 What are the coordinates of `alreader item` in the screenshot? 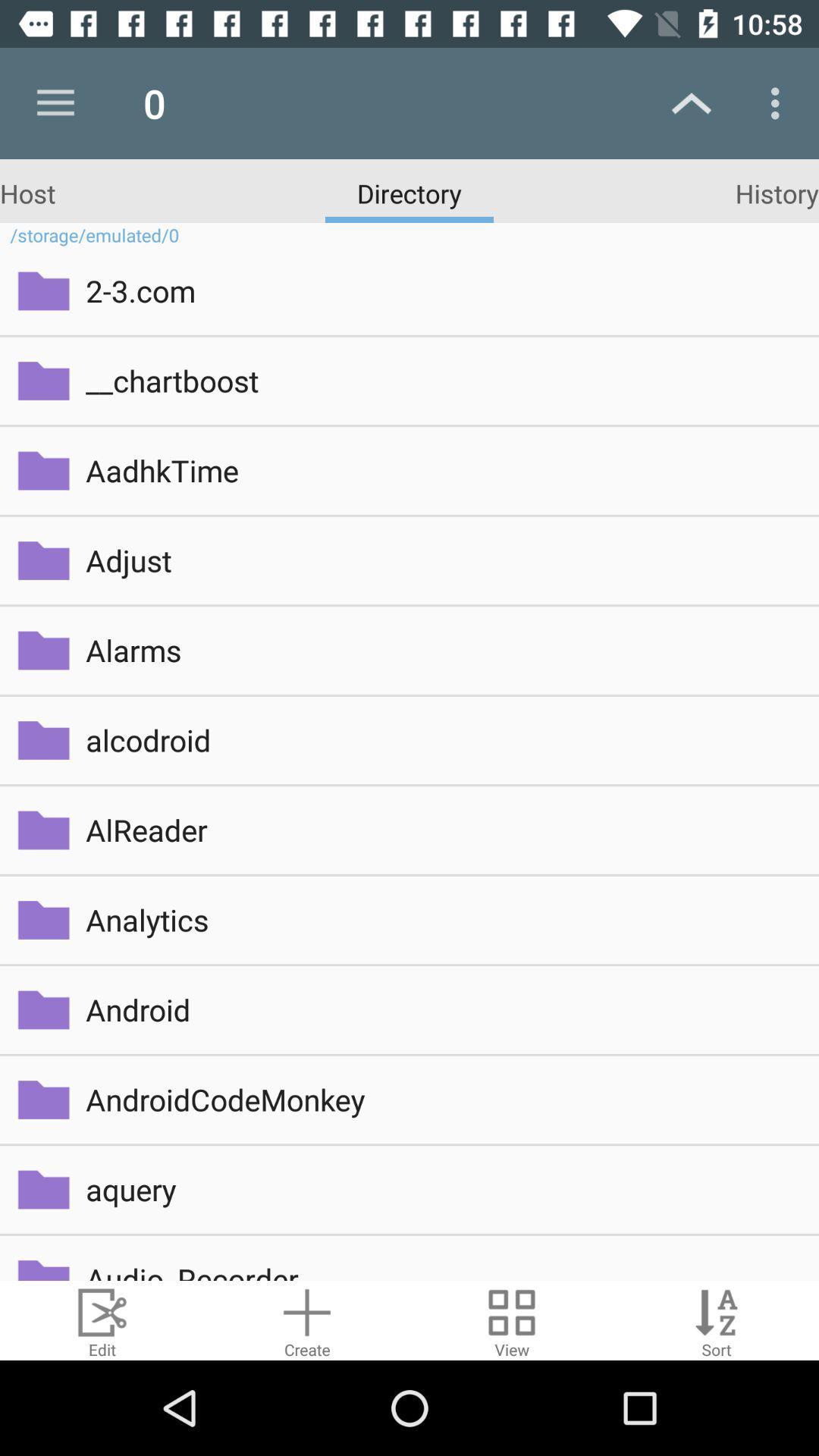 It's located at (441, 829).